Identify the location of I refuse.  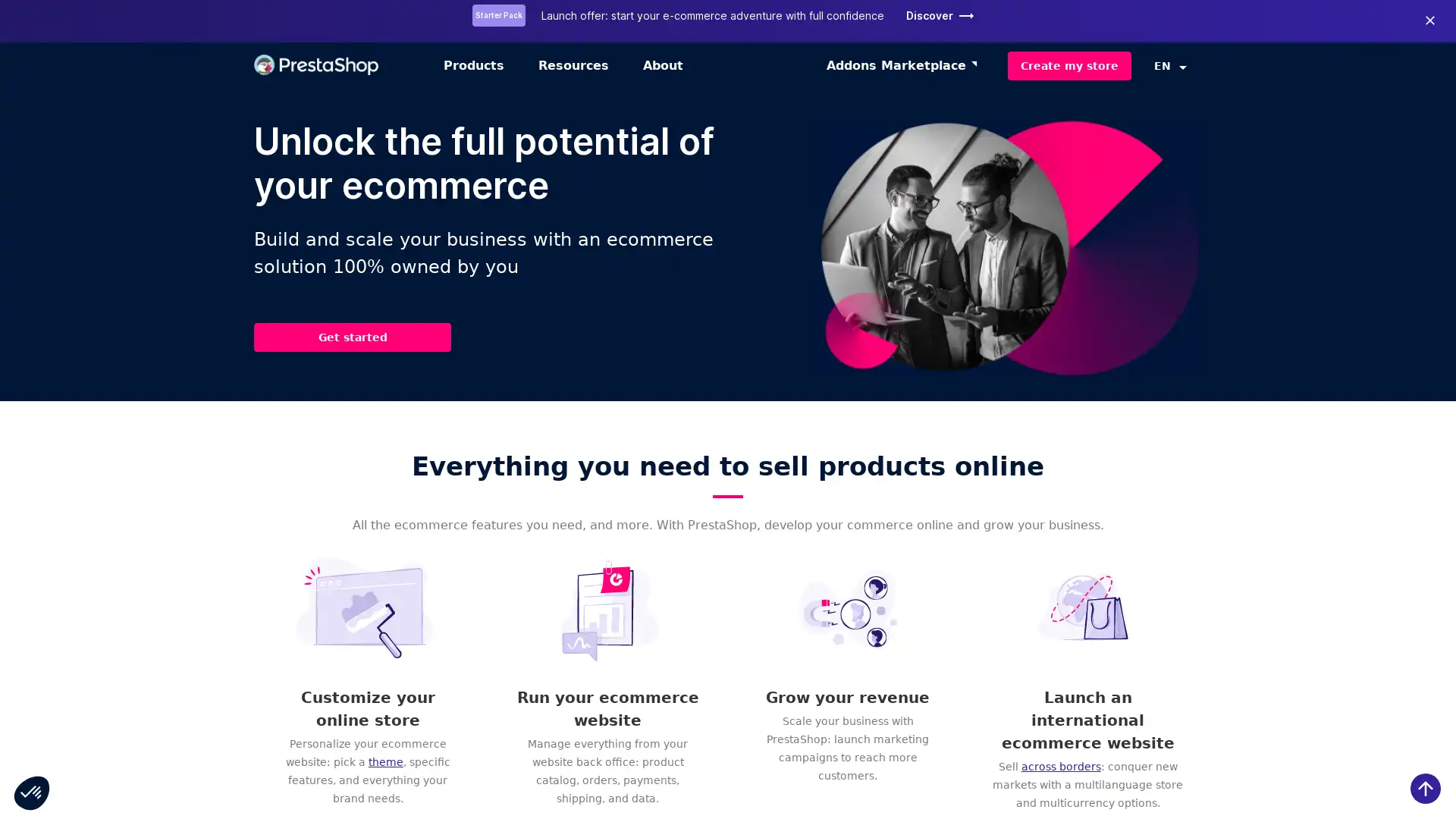
(67, 742).